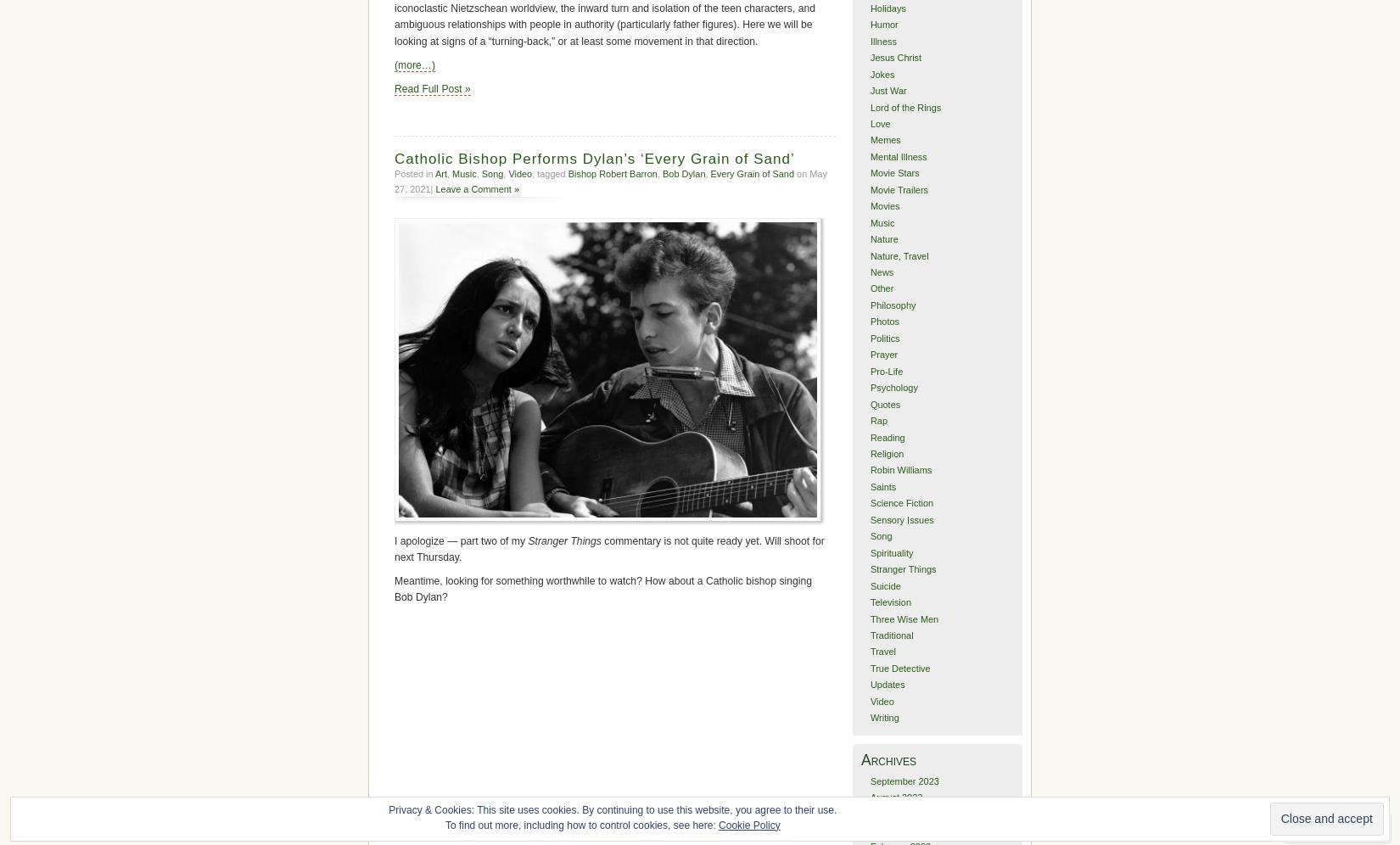 Image resolution: width=1400 pixels, height=845 pixels. What do you see at coordinates (567, 173) in the screenshot?
I see `'Bishop Robert Barron'` at bounding box center [567, 173].